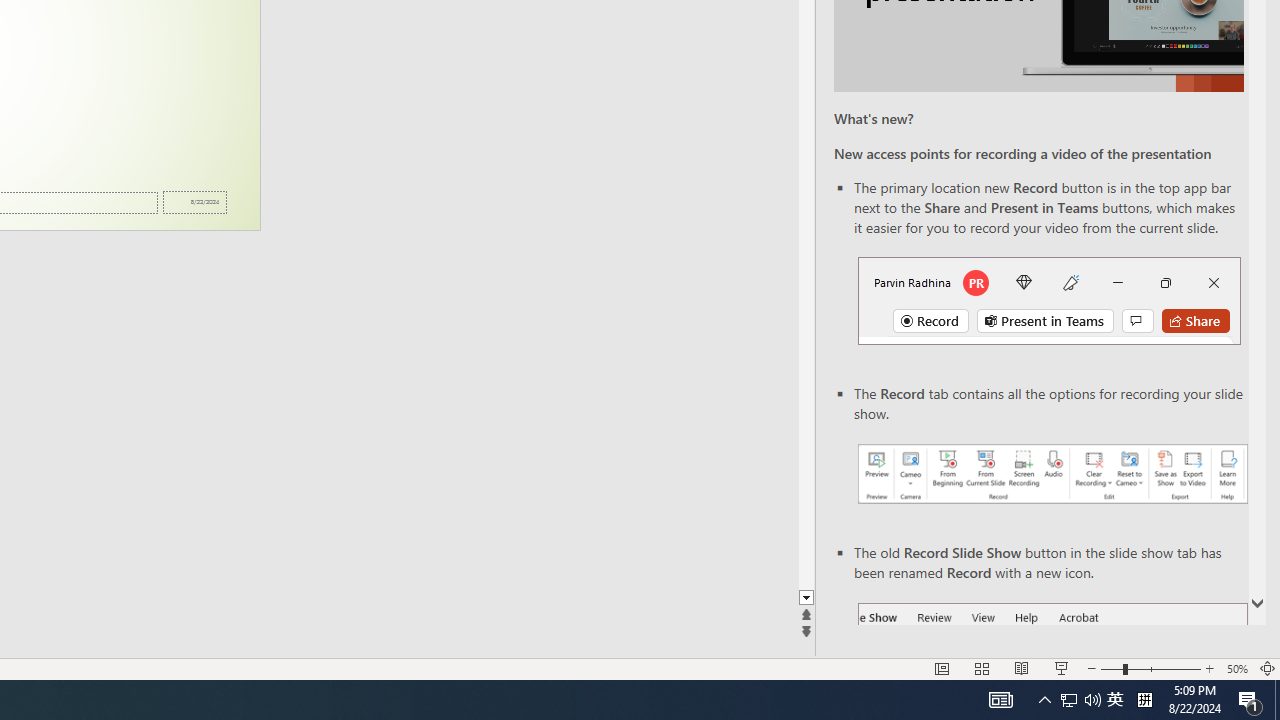 This screenshot has height=720, width=1280. Describe the element at coordinates (1048, 300) in the screenshot. I see `'Record button in top bar'` at that location.